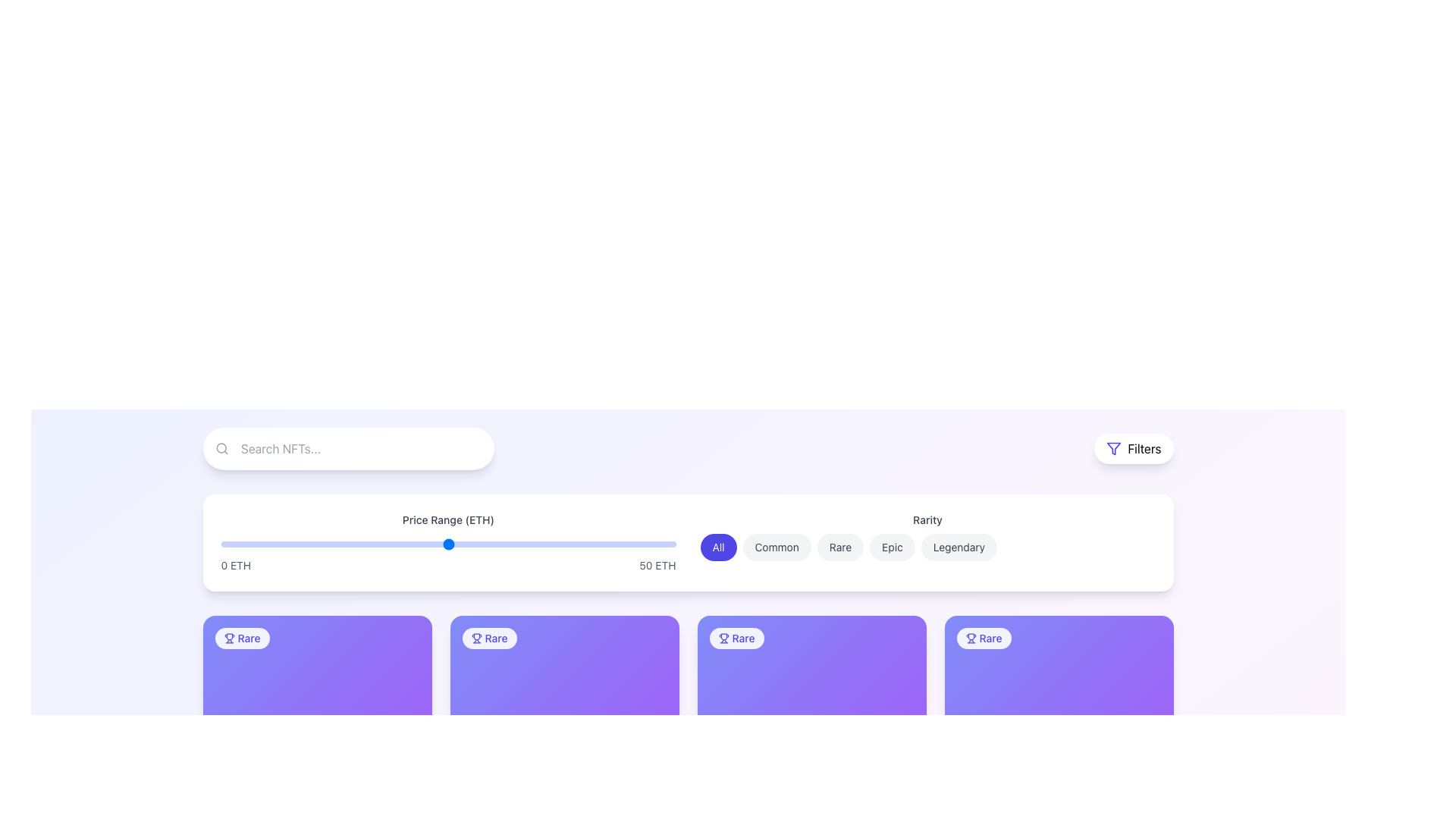 The width and height of the screenshot is (1456, 819). I want to click on the 'Rare' button, which is a rounded rectangular badge with a light gray background and dark gray text, so click(839, 547).